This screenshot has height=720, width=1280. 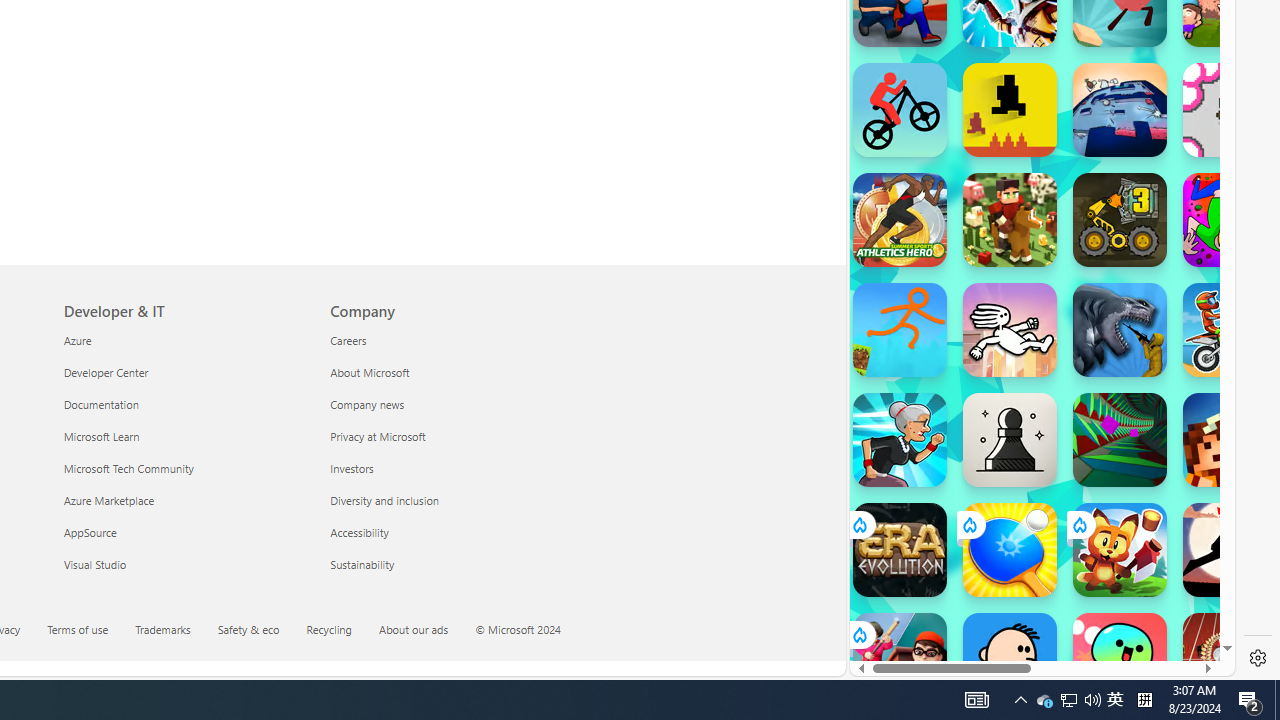 I want to click on 'Athletics Hero', so click(x=898, y=219).